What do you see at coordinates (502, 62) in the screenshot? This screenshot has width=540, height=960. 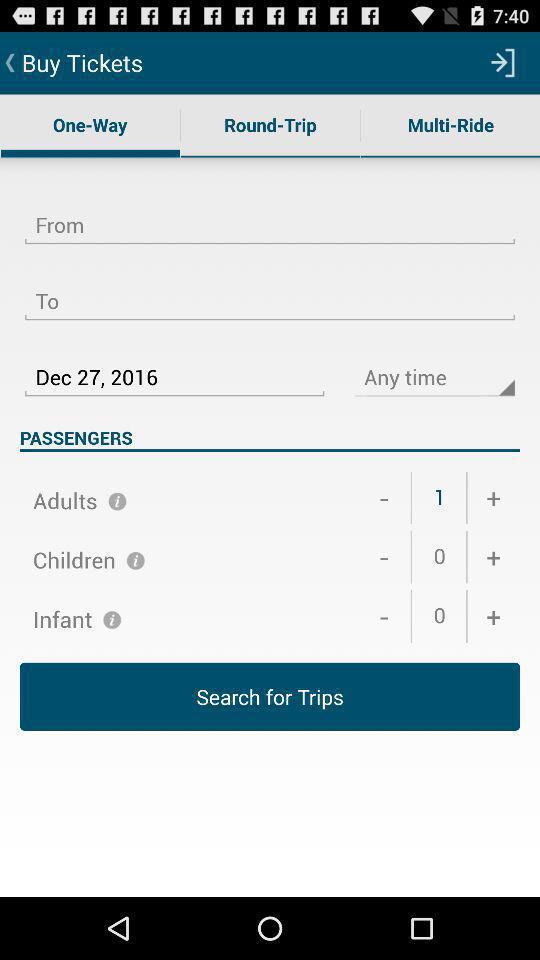 I see `icon above the multi-ride icon` at bounding box center [502, 62].